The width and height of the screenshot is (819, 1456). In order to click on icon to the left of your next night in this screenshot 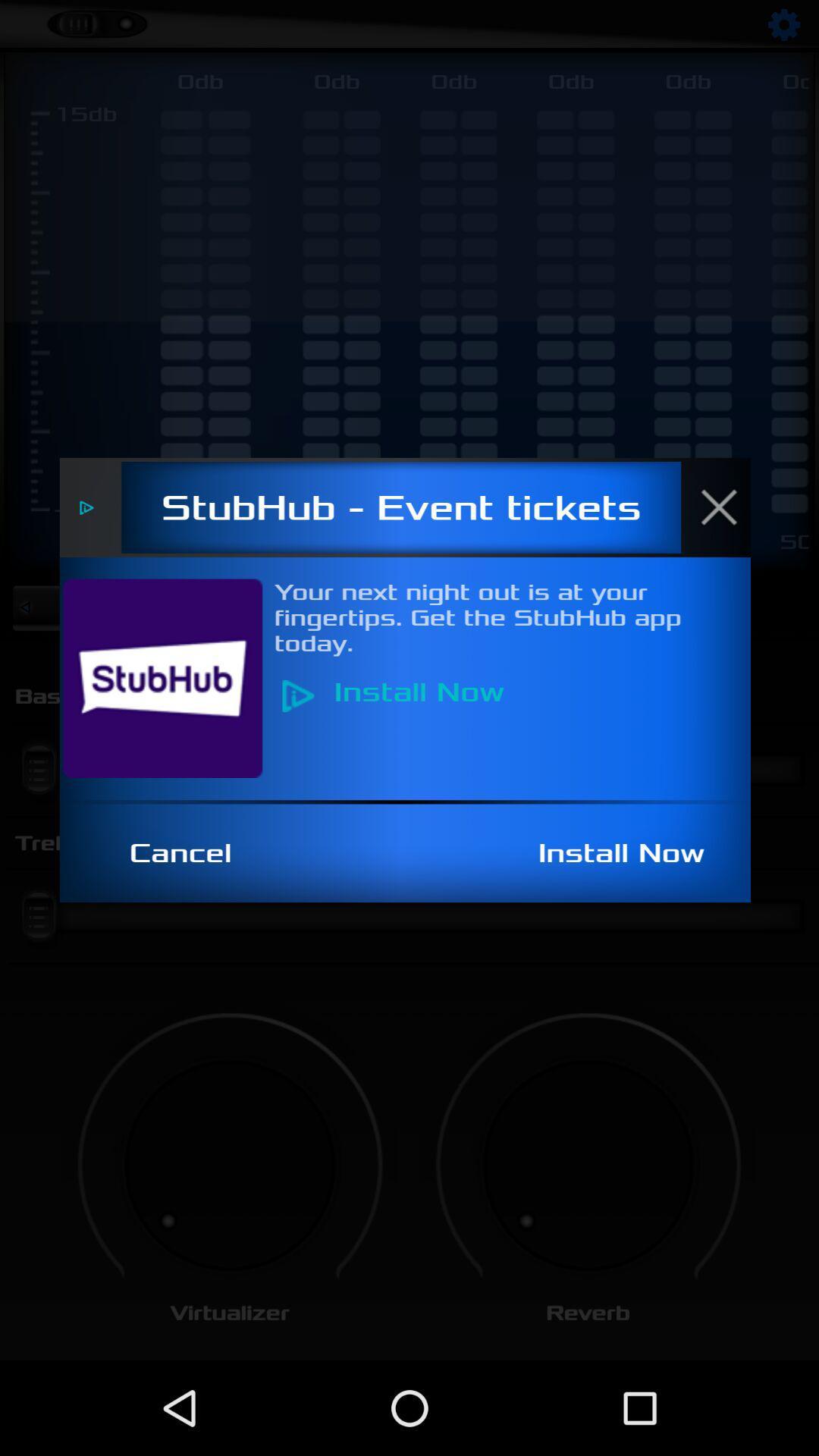, I will do `click(171, 677)`.